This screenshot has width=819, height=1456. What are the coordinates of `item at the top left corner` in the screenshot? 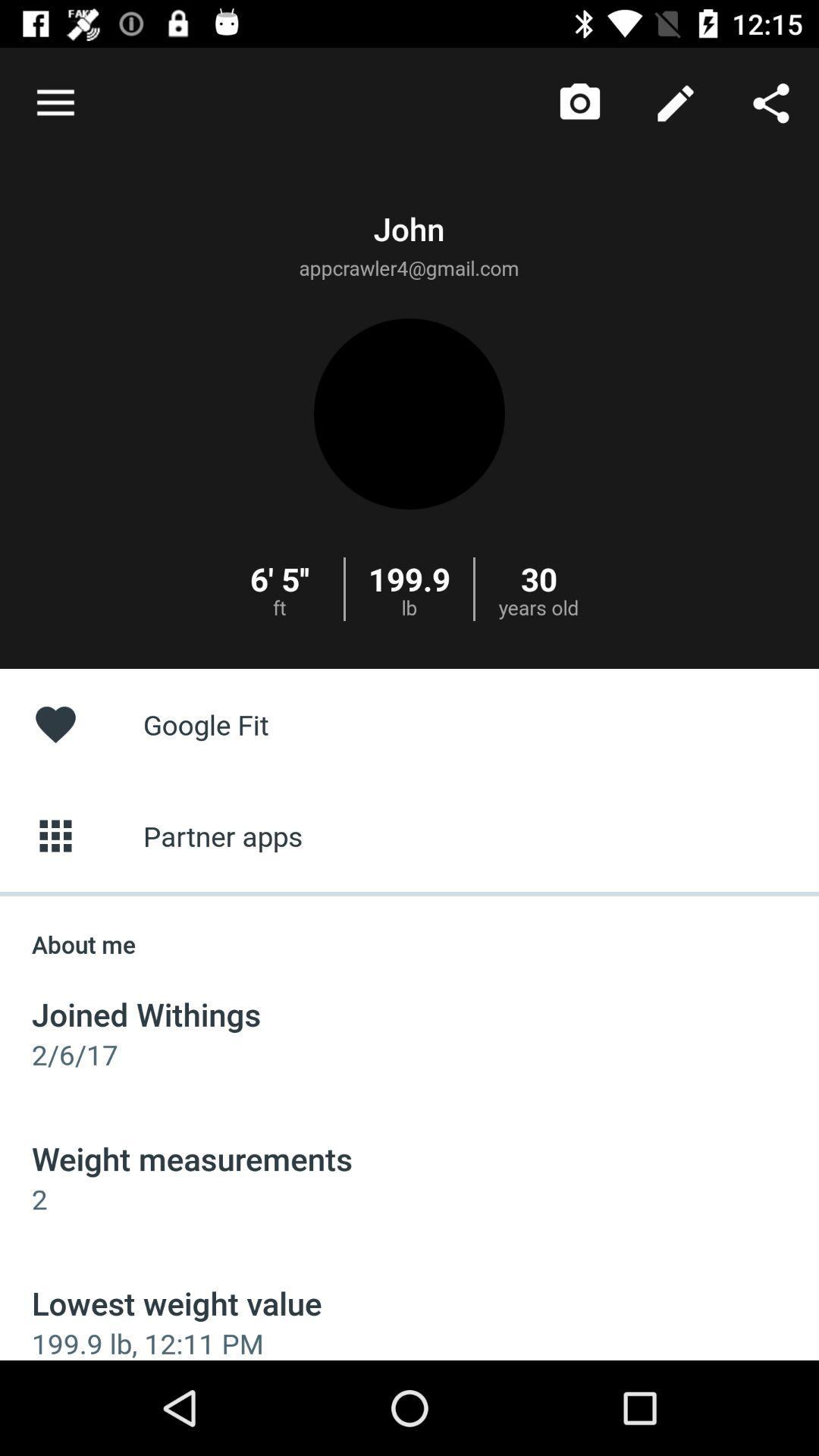 It's located at (55, 102).